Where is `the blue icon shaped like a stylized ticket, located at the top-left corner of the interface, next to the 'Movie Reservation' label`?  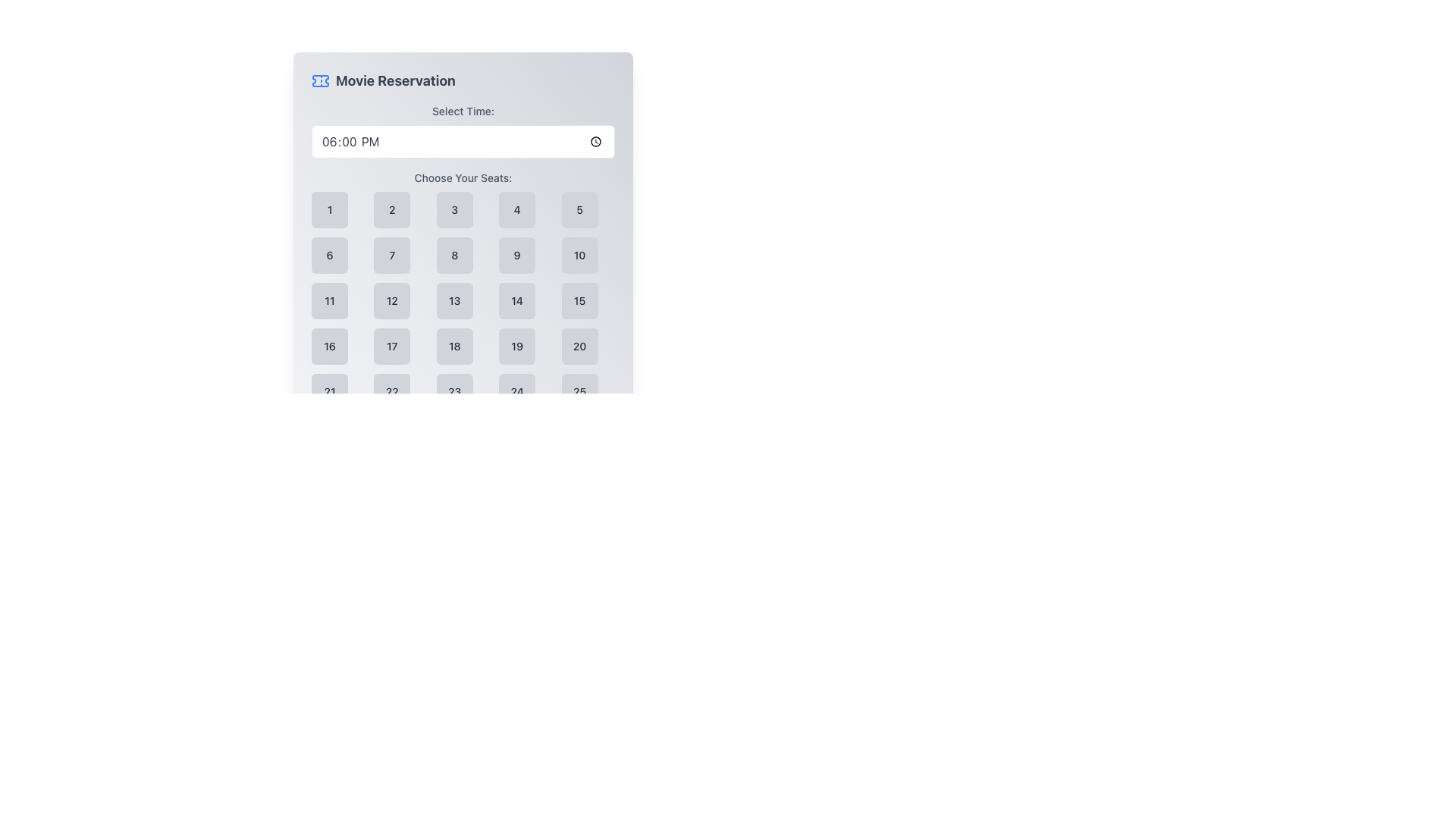
the blue icon shaped like a stylized ticket, located at the top-left corner of the interface, next to the 'Movie Reservation' label is located at coordinates (319, 81).